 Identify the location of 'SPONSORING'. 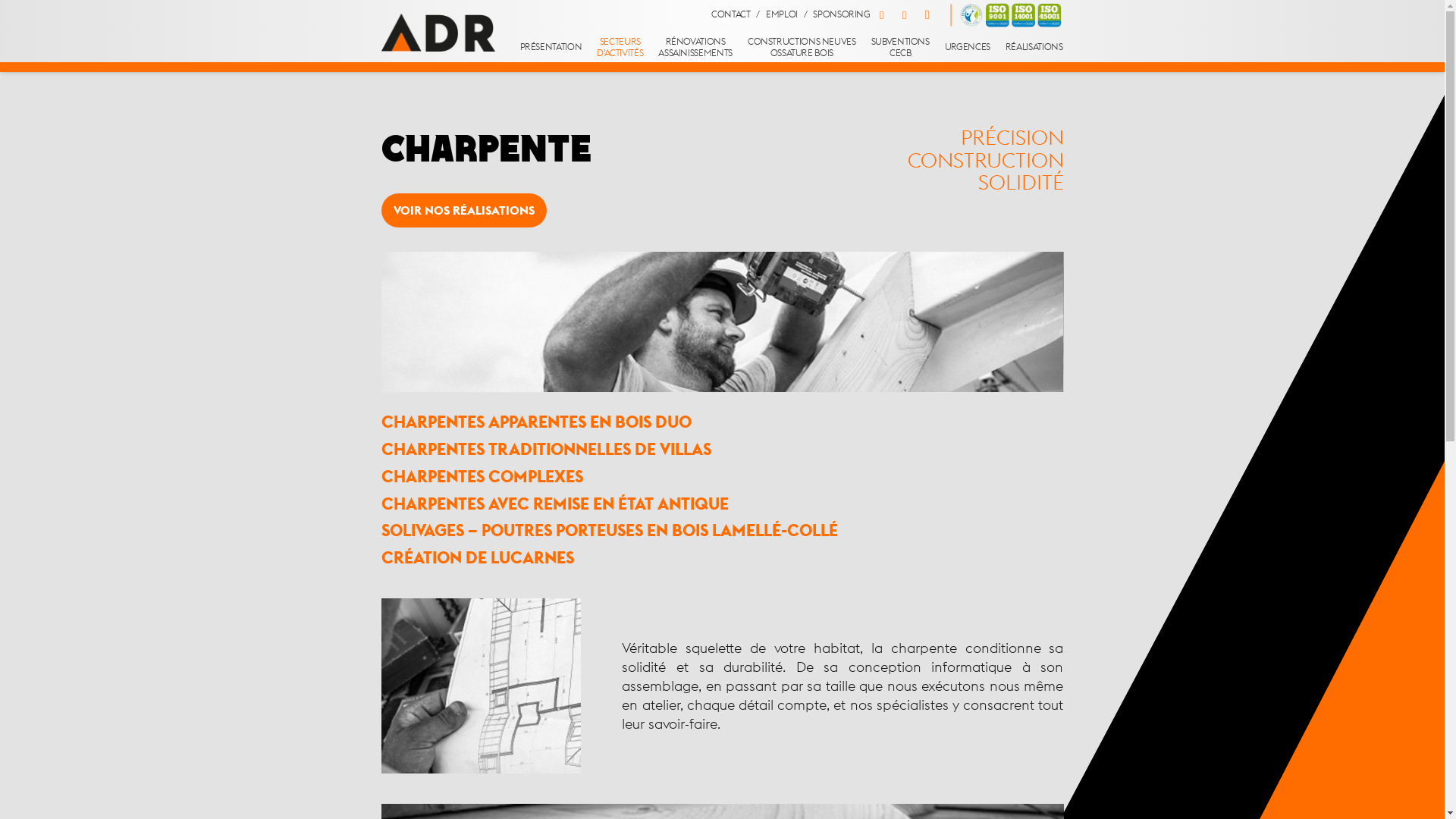
(840, 14).